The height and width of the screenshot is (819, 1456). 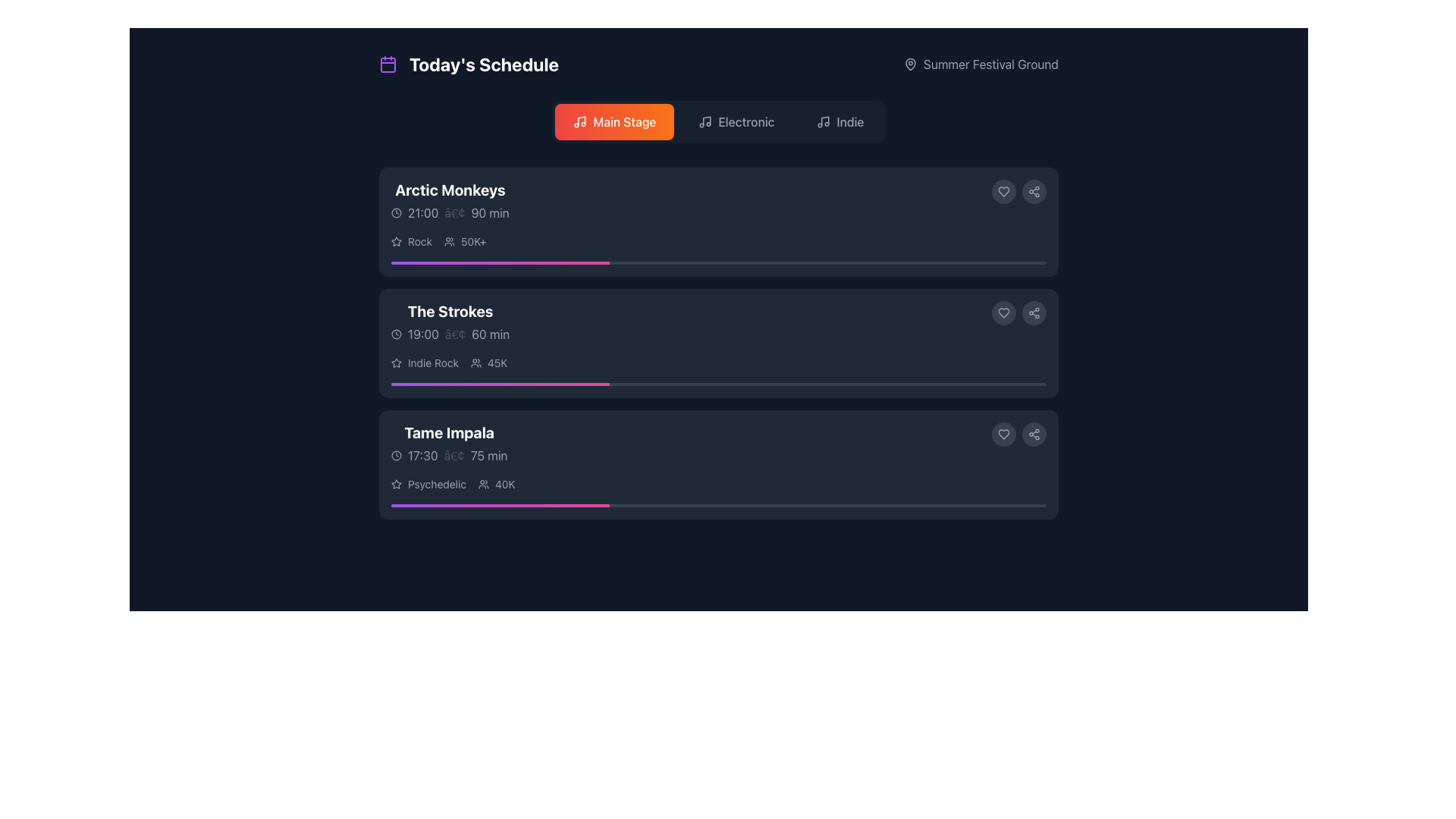 What do you see at coordinates (489, 455) in the screenshot?
I see `the static text label displaying '75 min' in light gray font, which is part of the 'Tame Impala' block and located near the bottom right of its card` at bounding box center [489, 455].